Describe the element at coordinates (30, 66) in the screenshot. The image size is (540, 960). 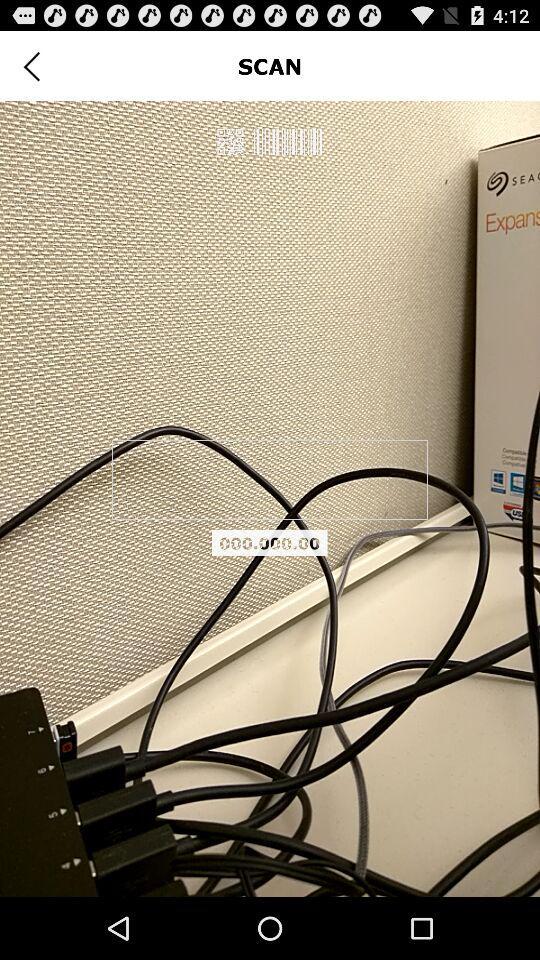
I see `the icon at the top left corner` at that location.